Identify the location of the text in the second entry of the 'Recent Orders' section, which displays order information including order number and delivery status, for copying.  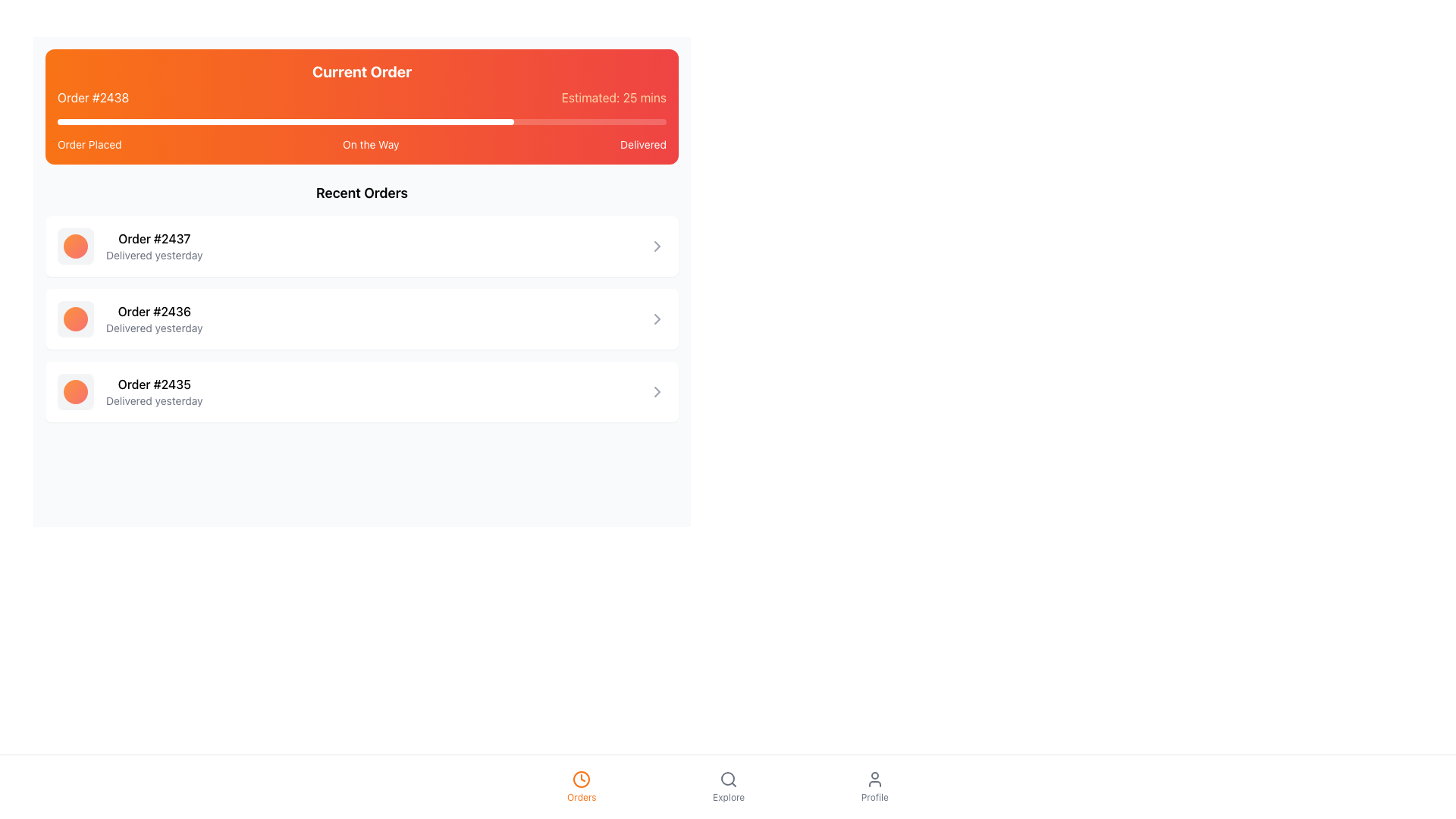
(154, 318).